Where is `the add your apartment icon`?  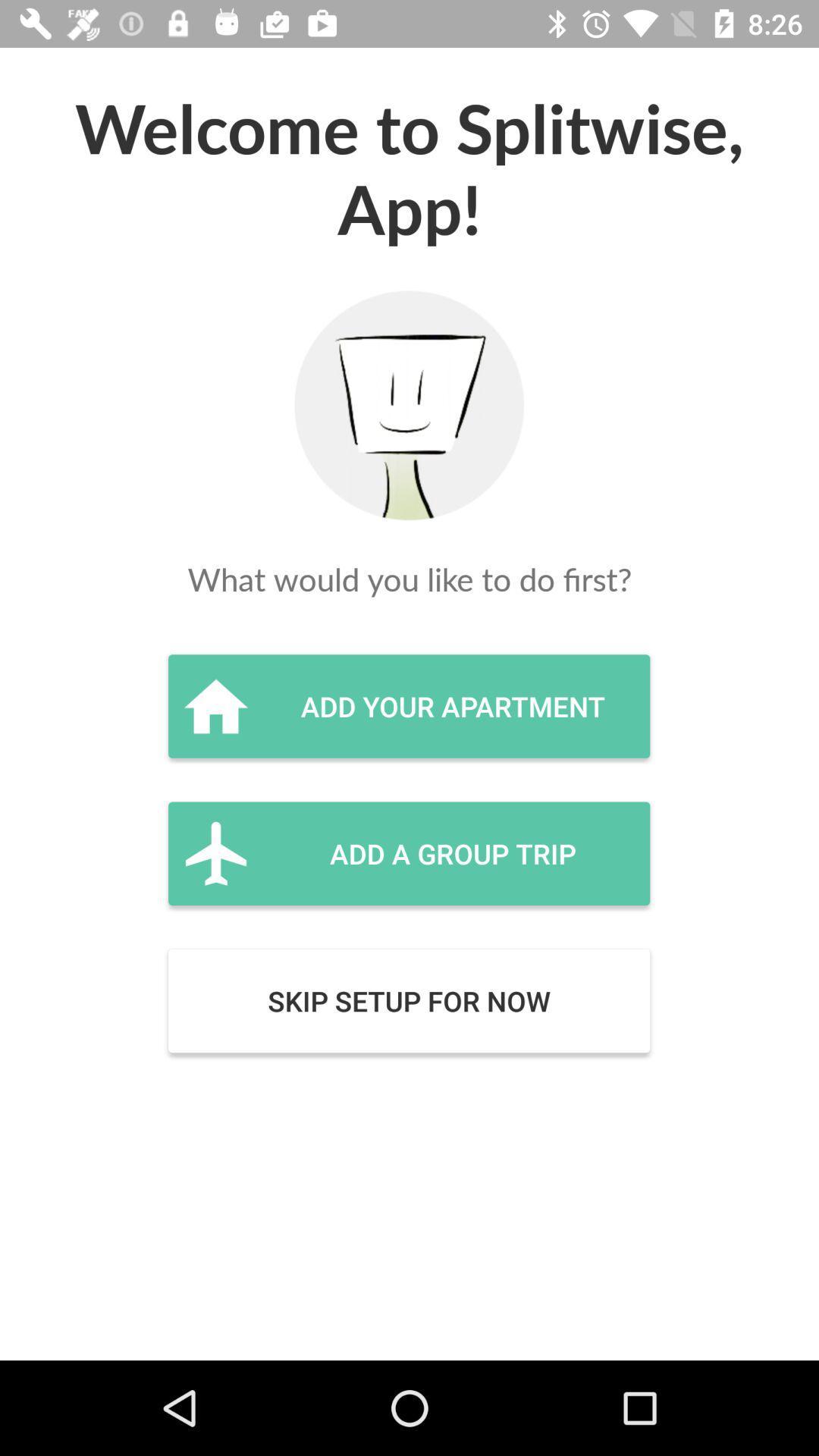 the add your apartment icon is located at coordinates (408, 705).